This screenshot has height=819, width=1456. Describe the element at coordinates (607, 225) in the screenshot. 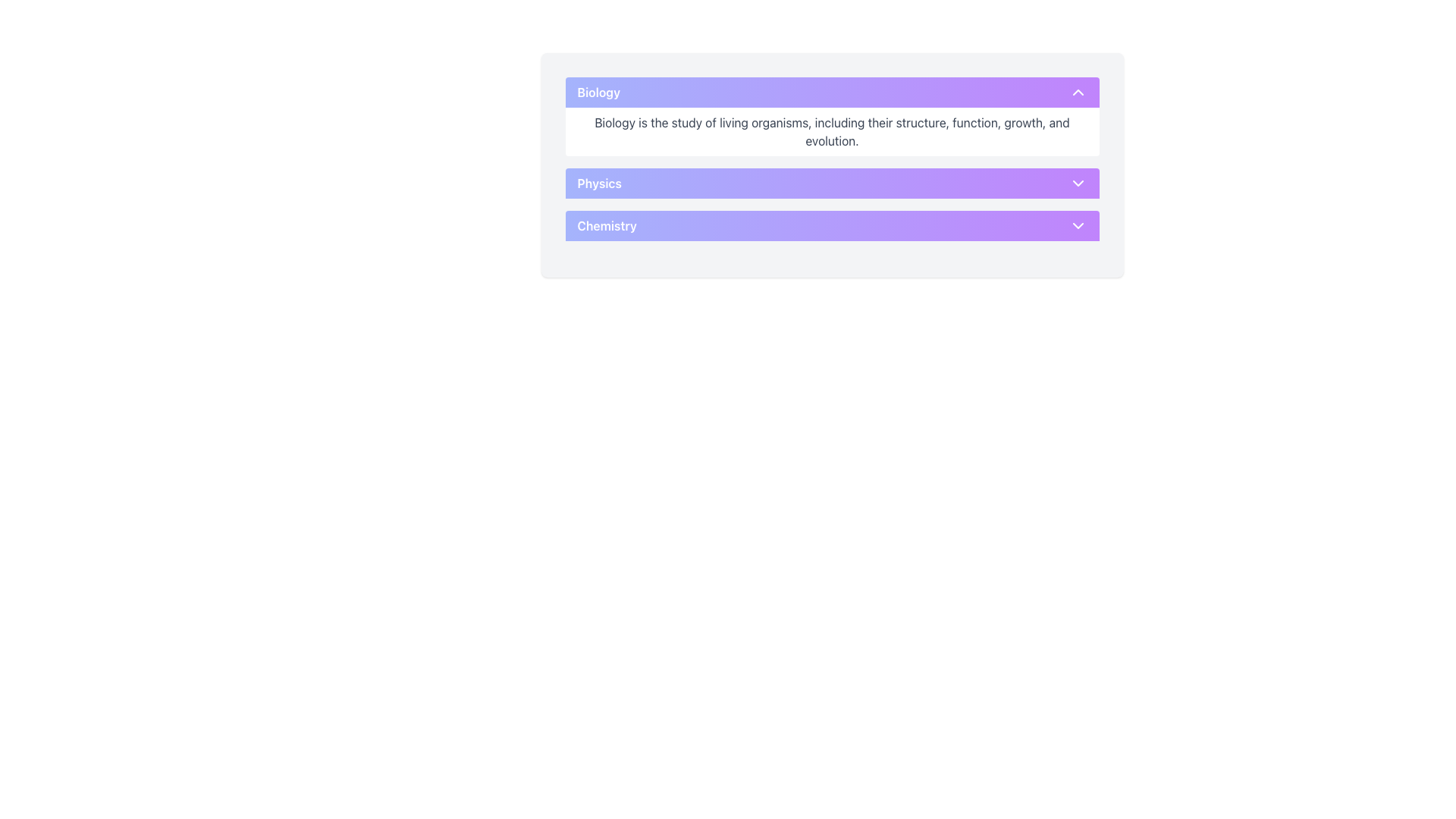

I see `static text serving as the title for the 'Chemistry' section, which is located in the third section of a vertical list of collapsible panels under 'Physics'` at that location.